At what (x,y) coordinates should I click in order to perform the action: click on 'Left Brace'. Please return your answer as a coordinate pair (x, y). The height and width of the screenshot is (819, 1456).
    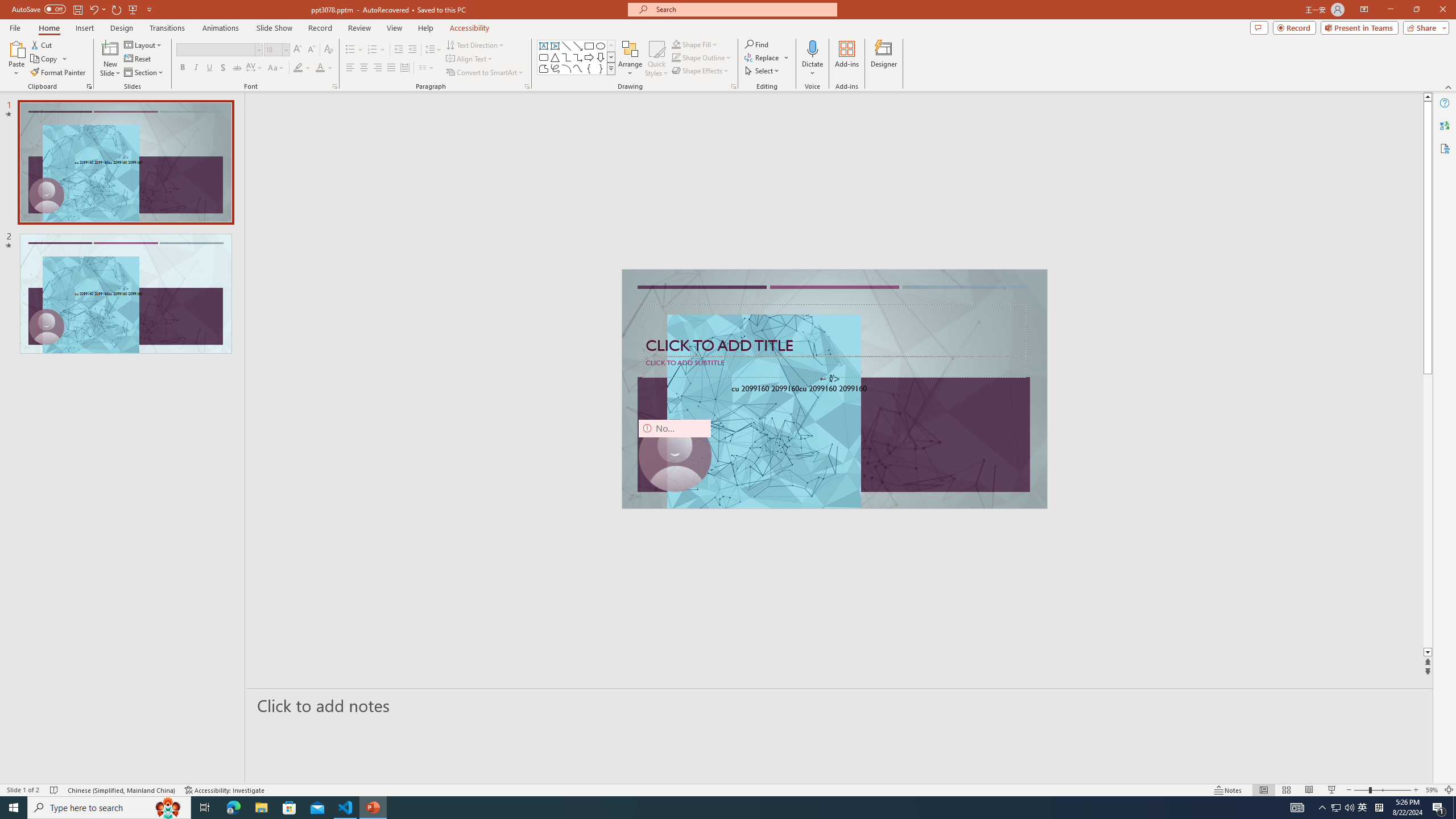
    Looking at the image, I should click on (589, 68).